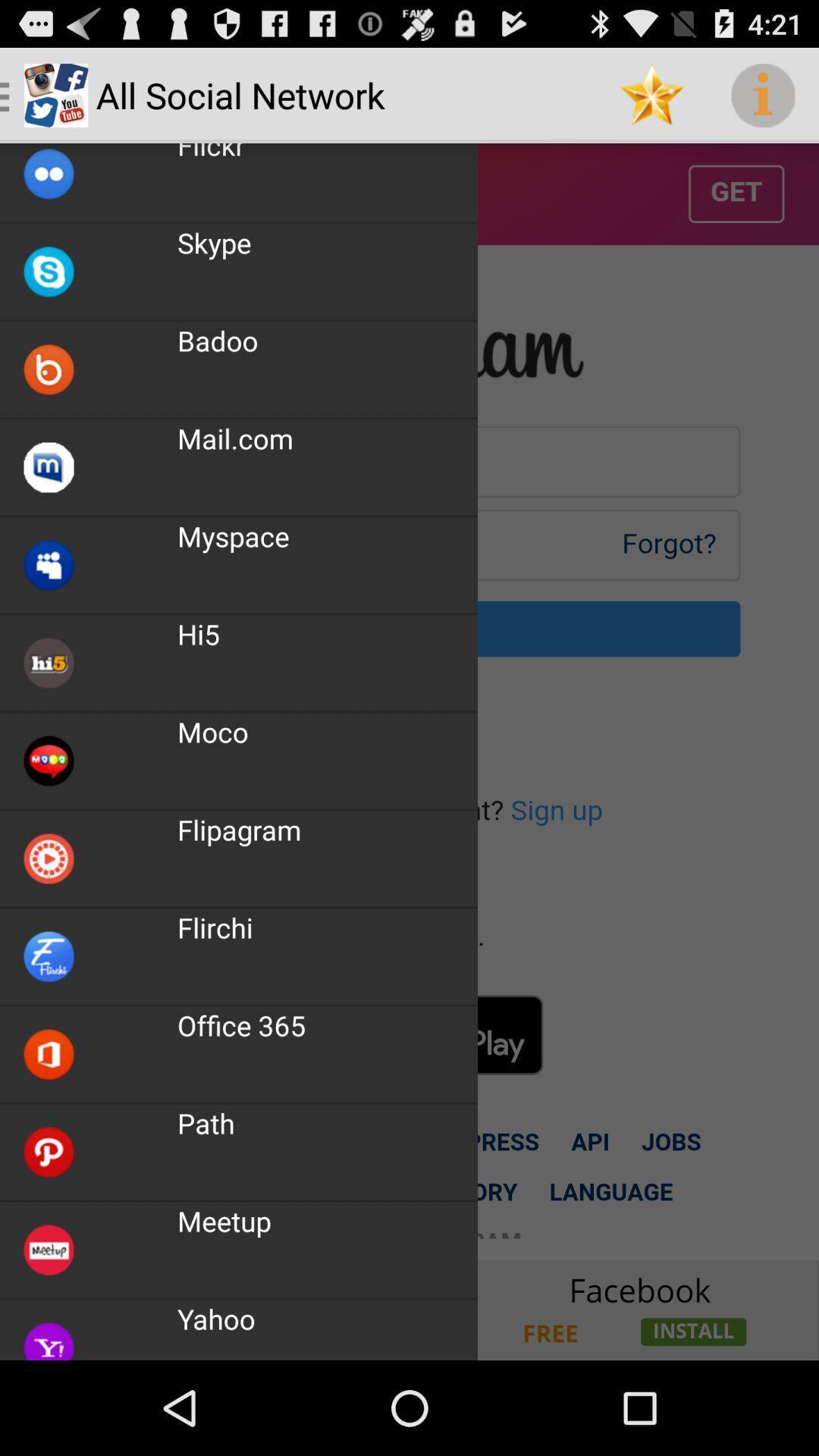  I want to click on yahoo tab, so click(409, 1309).